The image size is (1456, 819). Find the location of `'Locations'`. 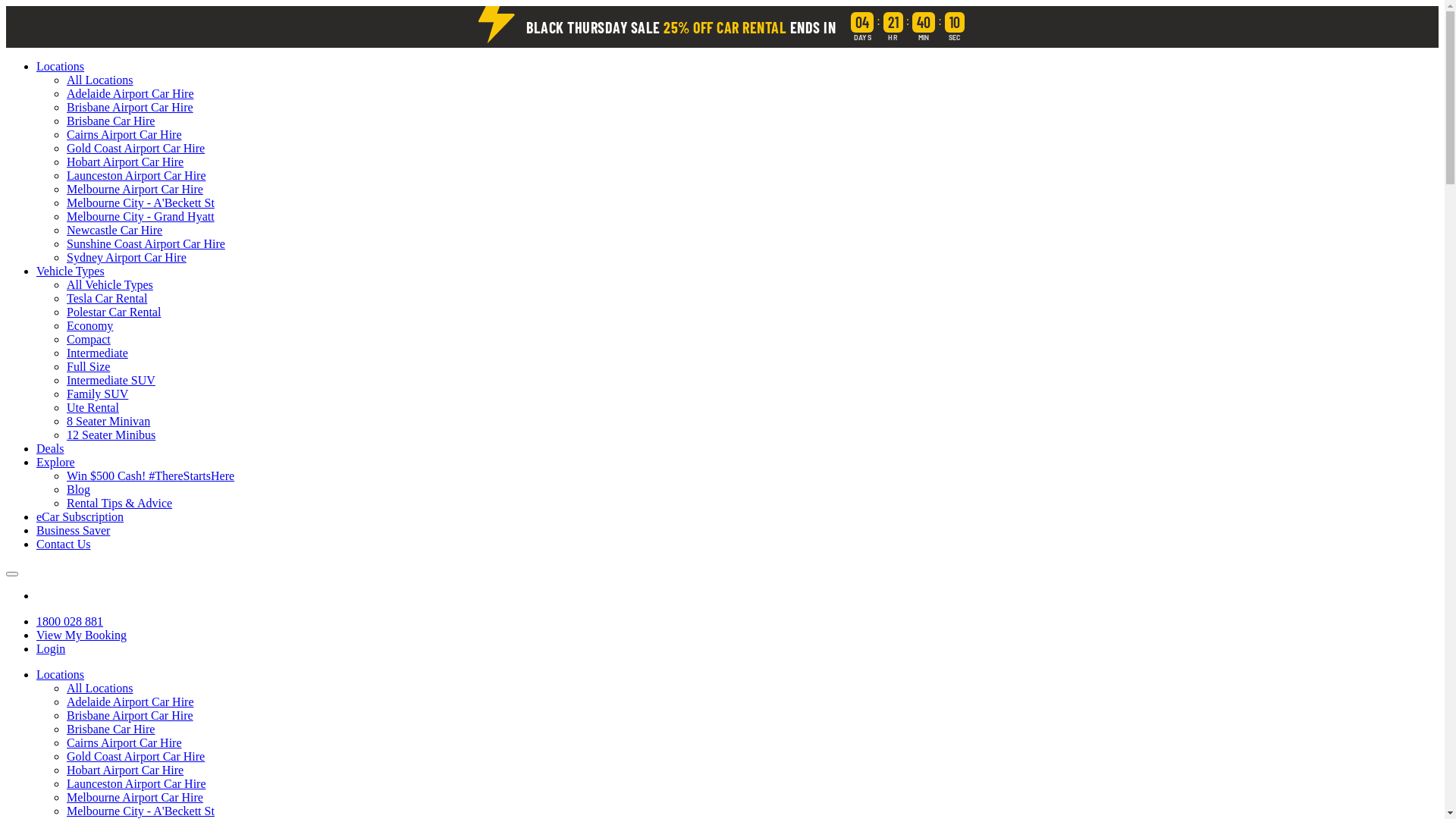

'Locations' is located at coordinates (60, 65).